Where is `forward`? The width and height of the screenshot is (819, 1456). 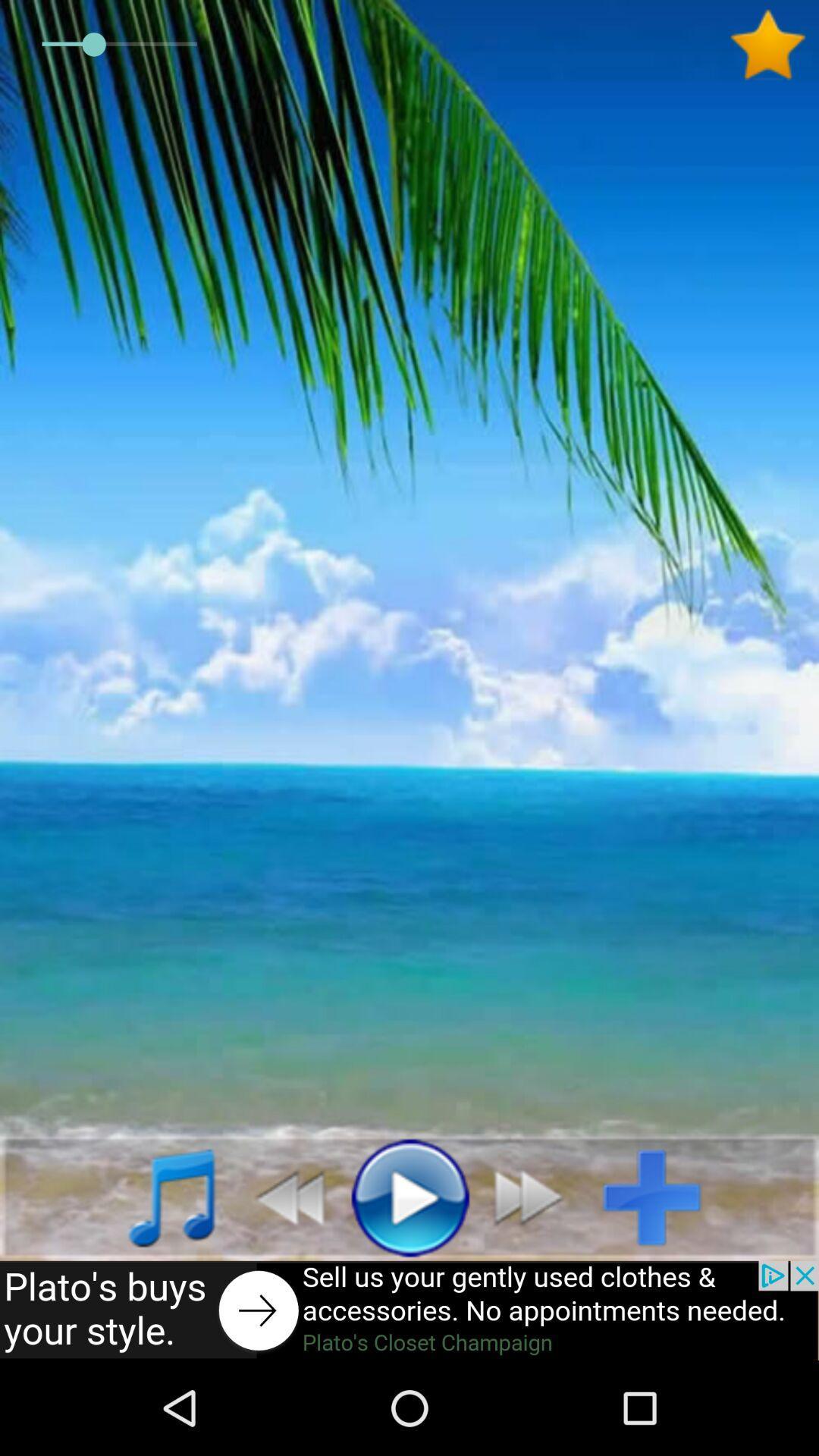
forward is located at coordinates (536, 1196).